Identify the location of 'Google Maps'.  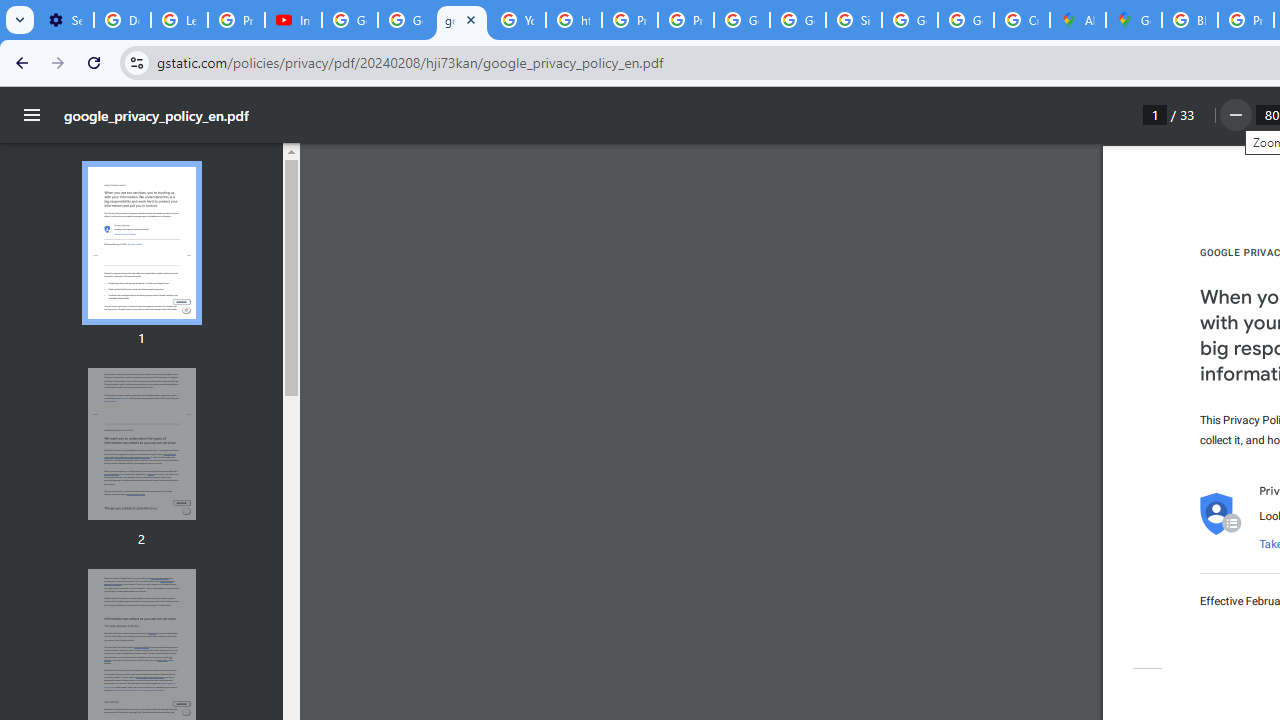
(1134, 20).